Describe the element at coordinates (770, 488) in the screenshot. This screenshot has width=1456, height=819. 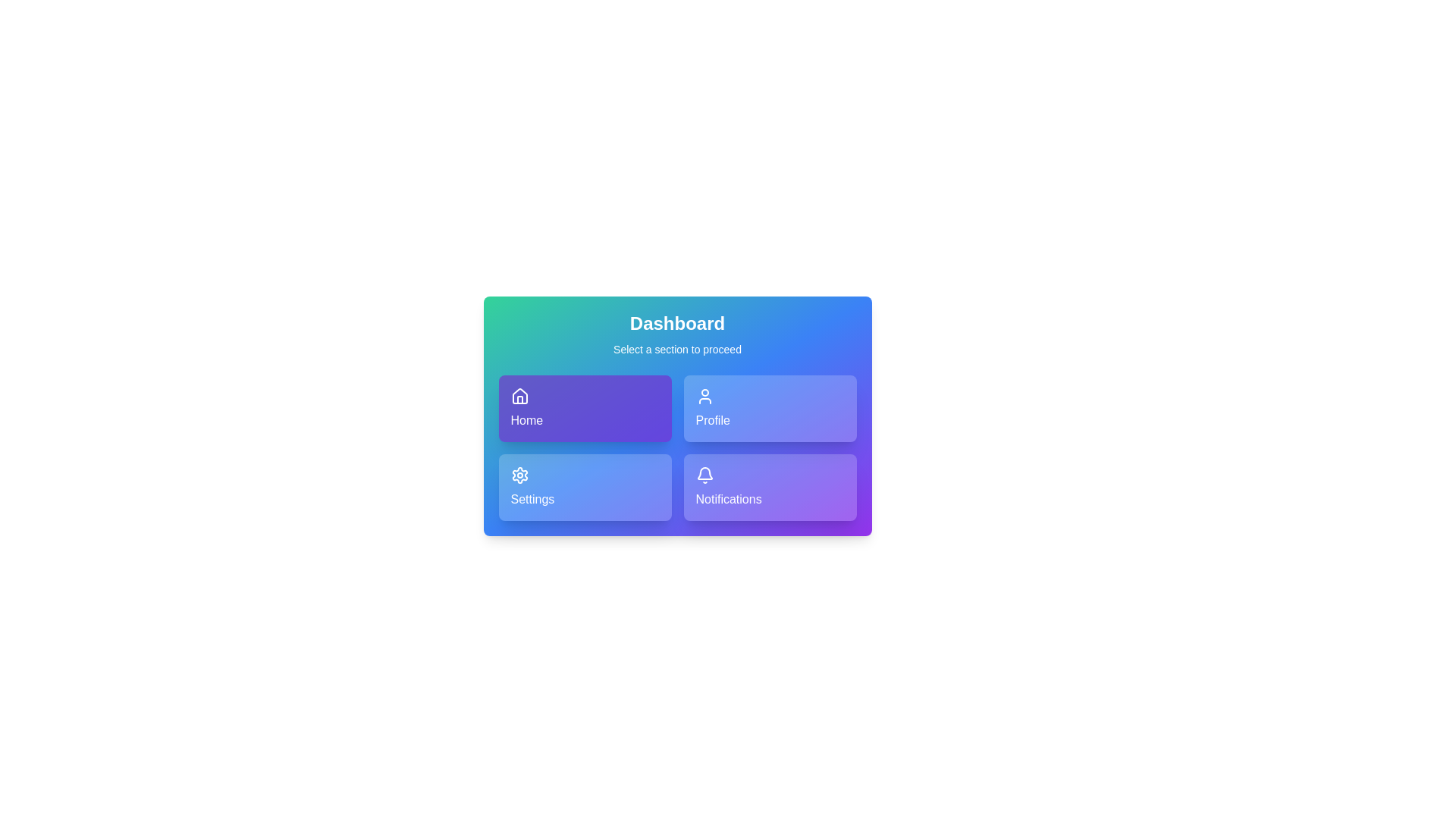
I see `the button corresponding to the section Notifications` at that location.